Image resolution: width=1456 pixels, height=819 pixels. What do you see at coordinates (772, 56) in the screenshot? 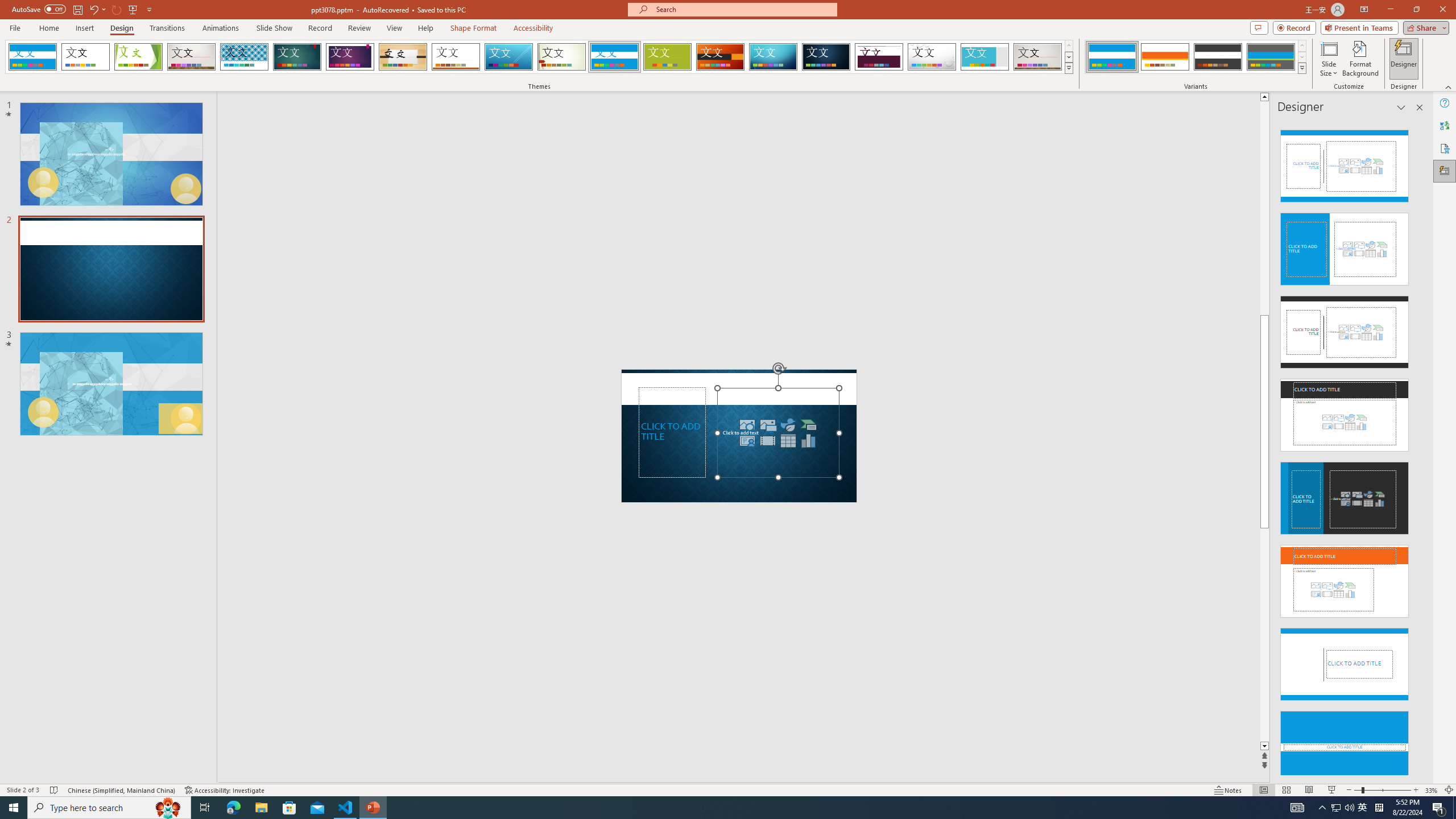
I see `'Circuit'` at bounding box center [772, 56].